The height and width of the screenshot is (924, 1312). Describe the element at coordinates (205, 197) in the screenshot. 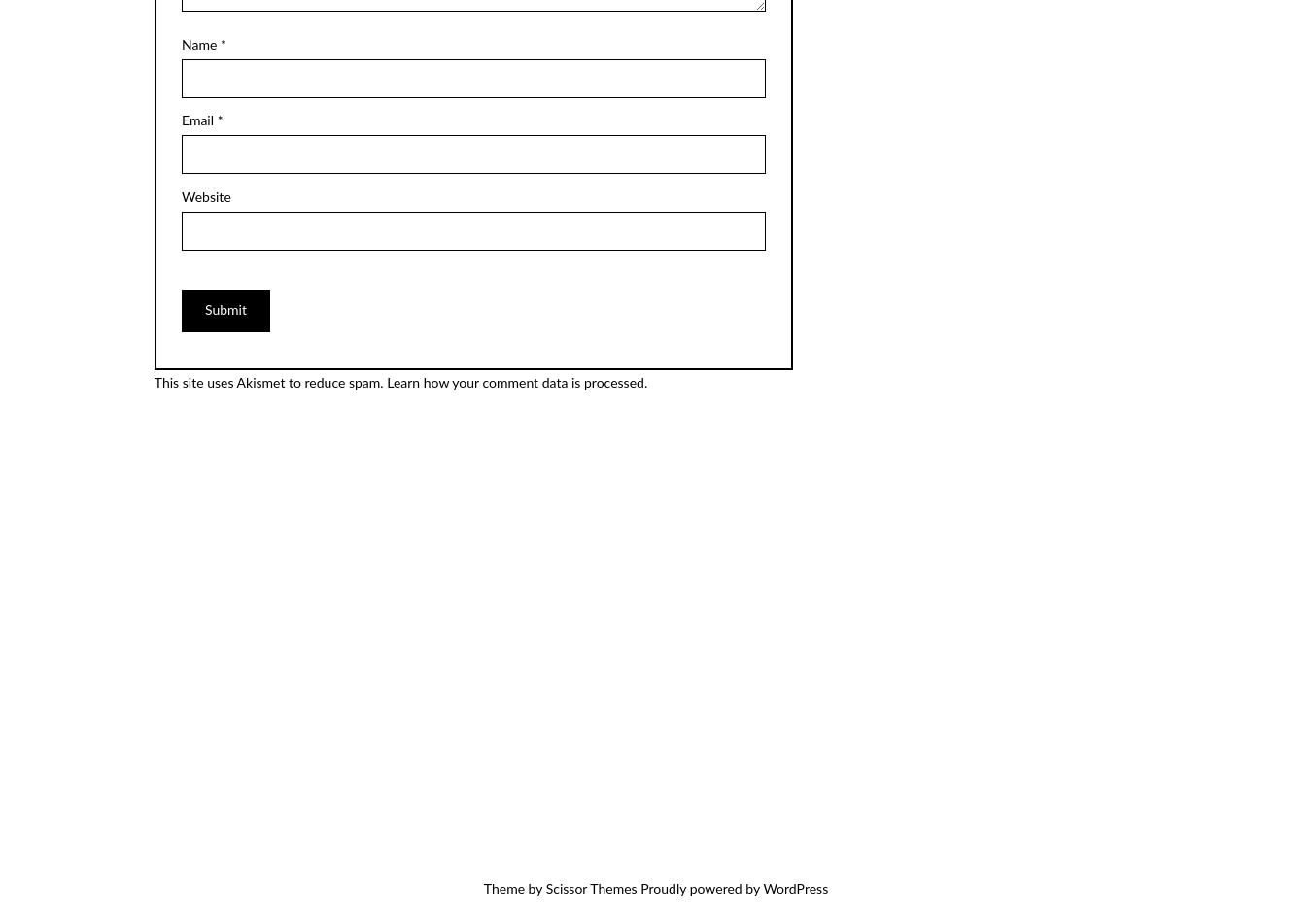

I see `'Website'` at that location.